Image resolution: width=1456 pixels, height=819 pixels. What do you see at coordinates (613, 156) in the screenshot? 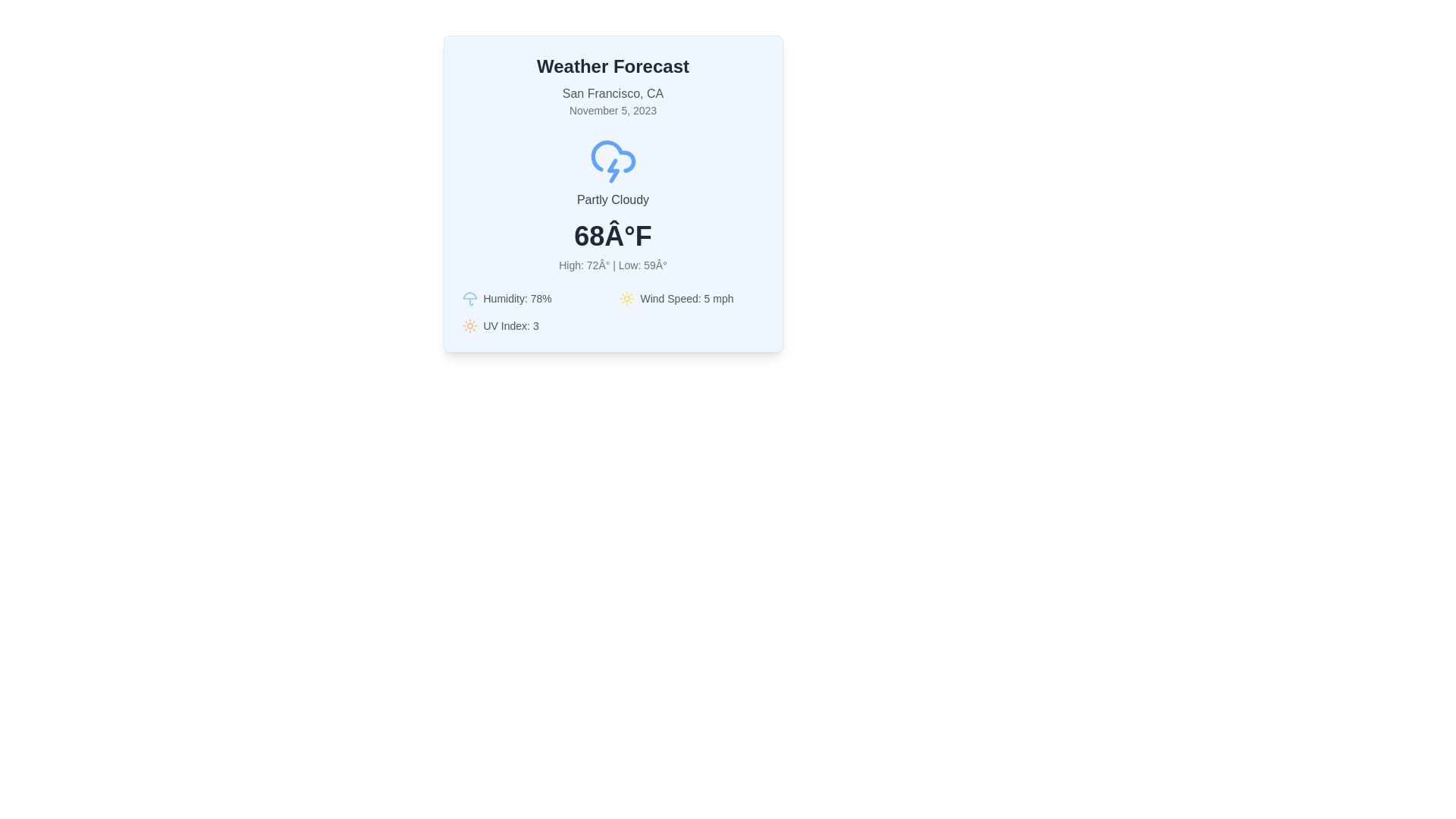
I see `the upper portion of the cloud in the cloud and lightning icon, which is styled with a blue stroke and no fill, located in the weather forecast card` at bounding box center [613, 156].